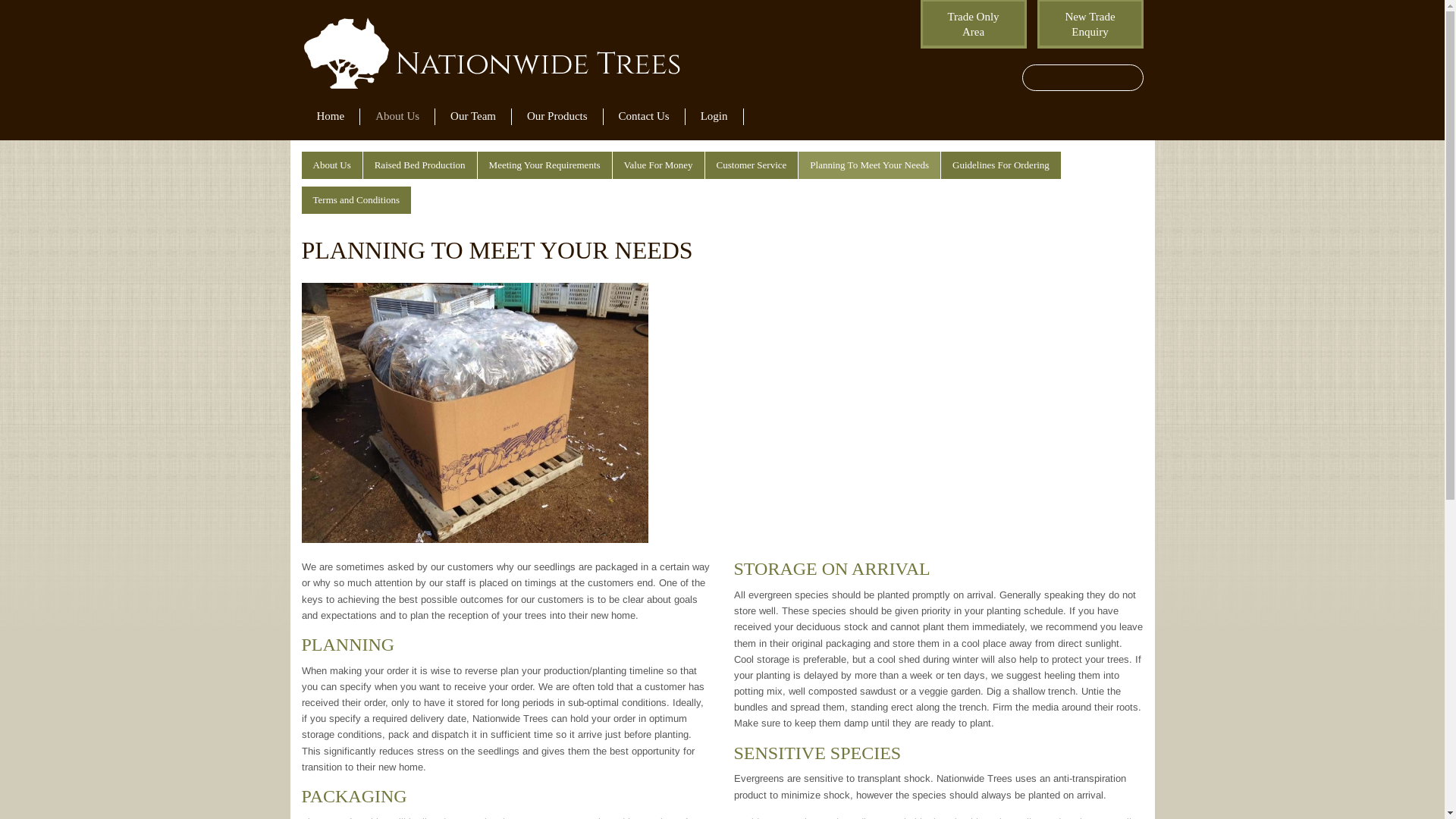  Describe the element at coordinates (658, 165) in the screenshot. I see `'Value For Money'` at that location.